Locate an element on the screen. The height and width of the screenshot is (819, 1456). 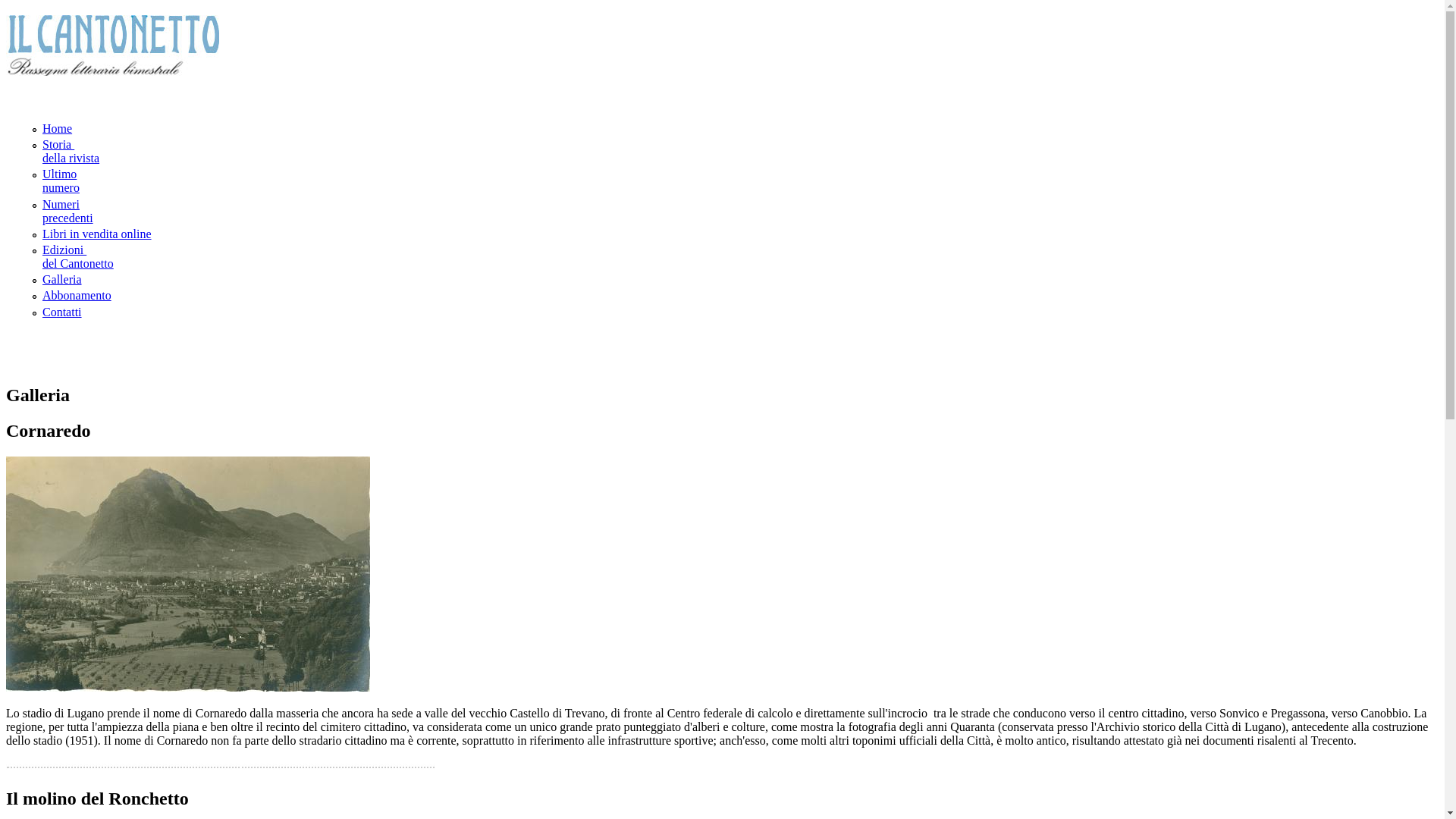
'Galleria' is located at coordinates (42, 279).